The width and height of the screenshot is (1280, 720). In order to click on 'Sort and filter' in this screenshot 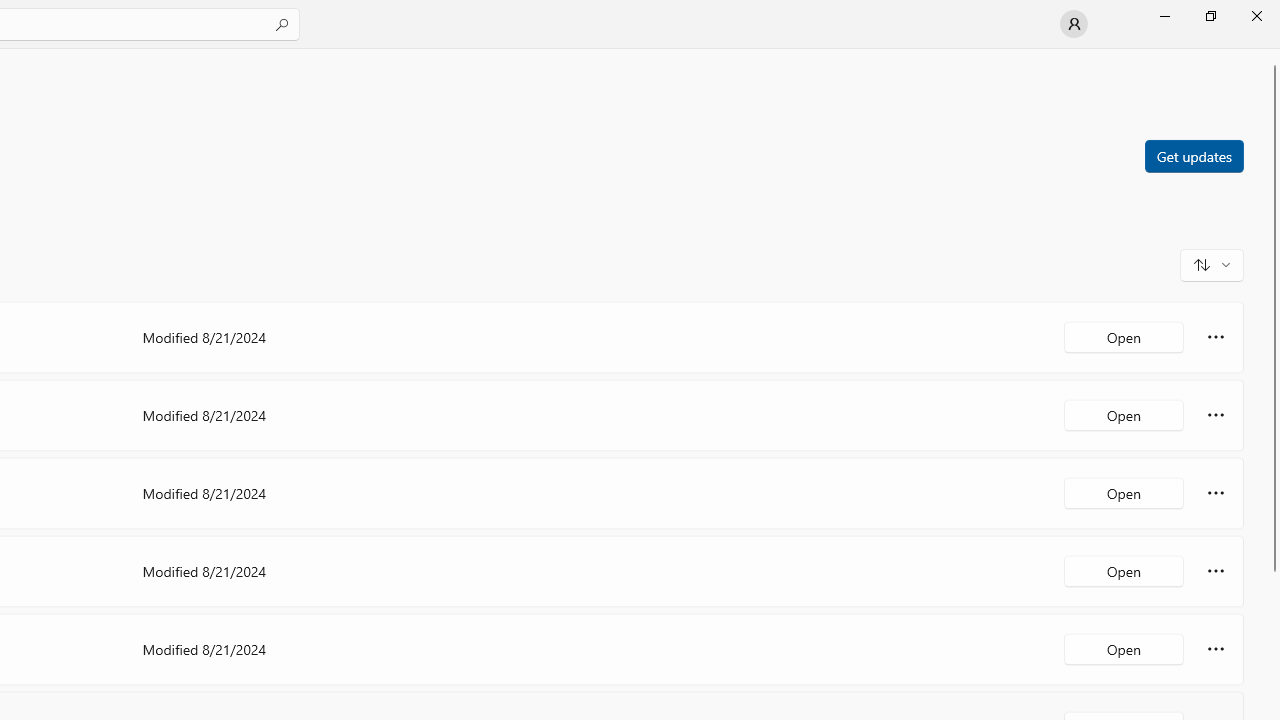, I will do `click(1211, 263)`.